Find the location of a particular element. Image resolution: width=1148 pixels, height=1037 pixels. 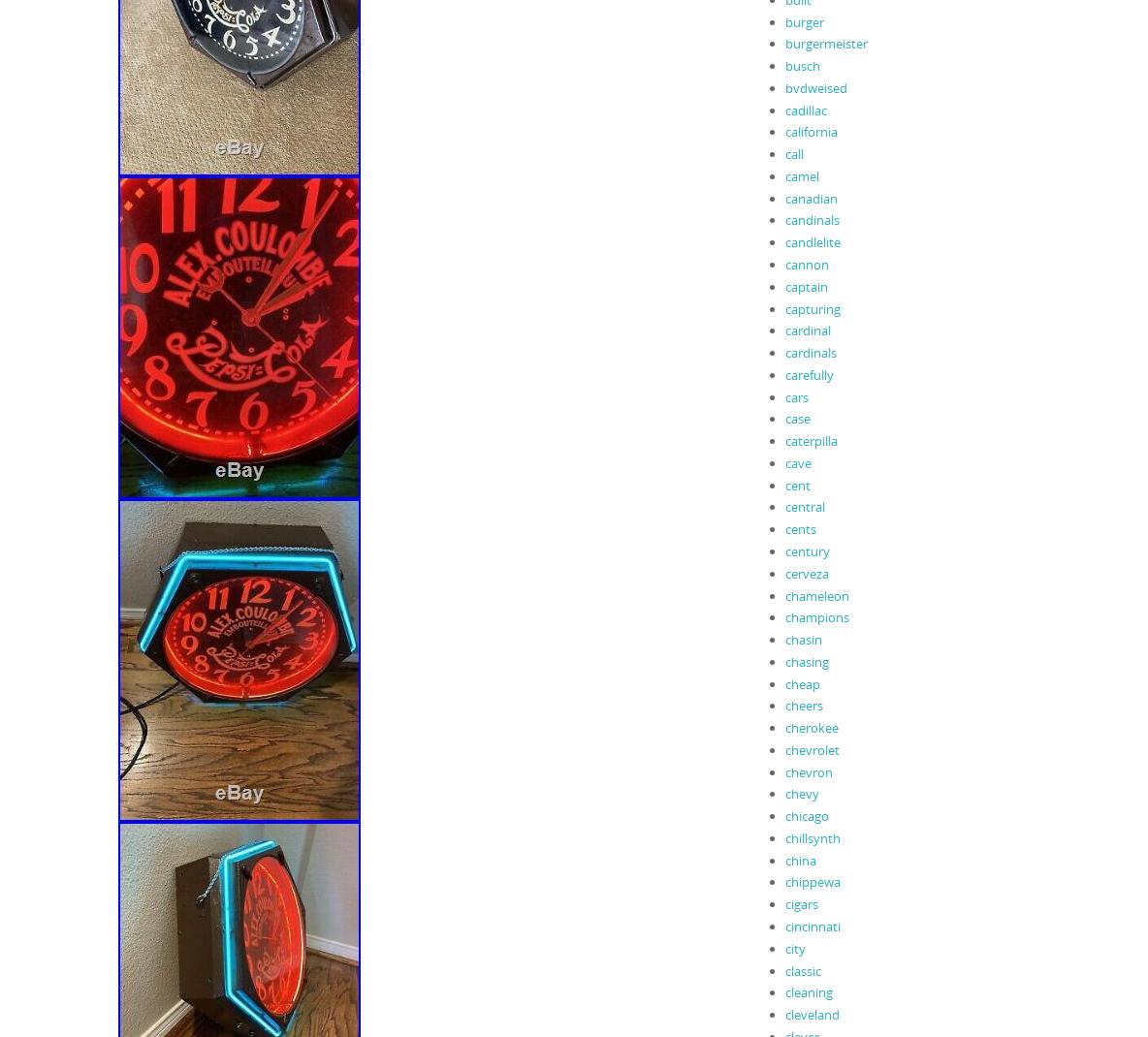

'chameleon' is located at coordinates (815, 593).